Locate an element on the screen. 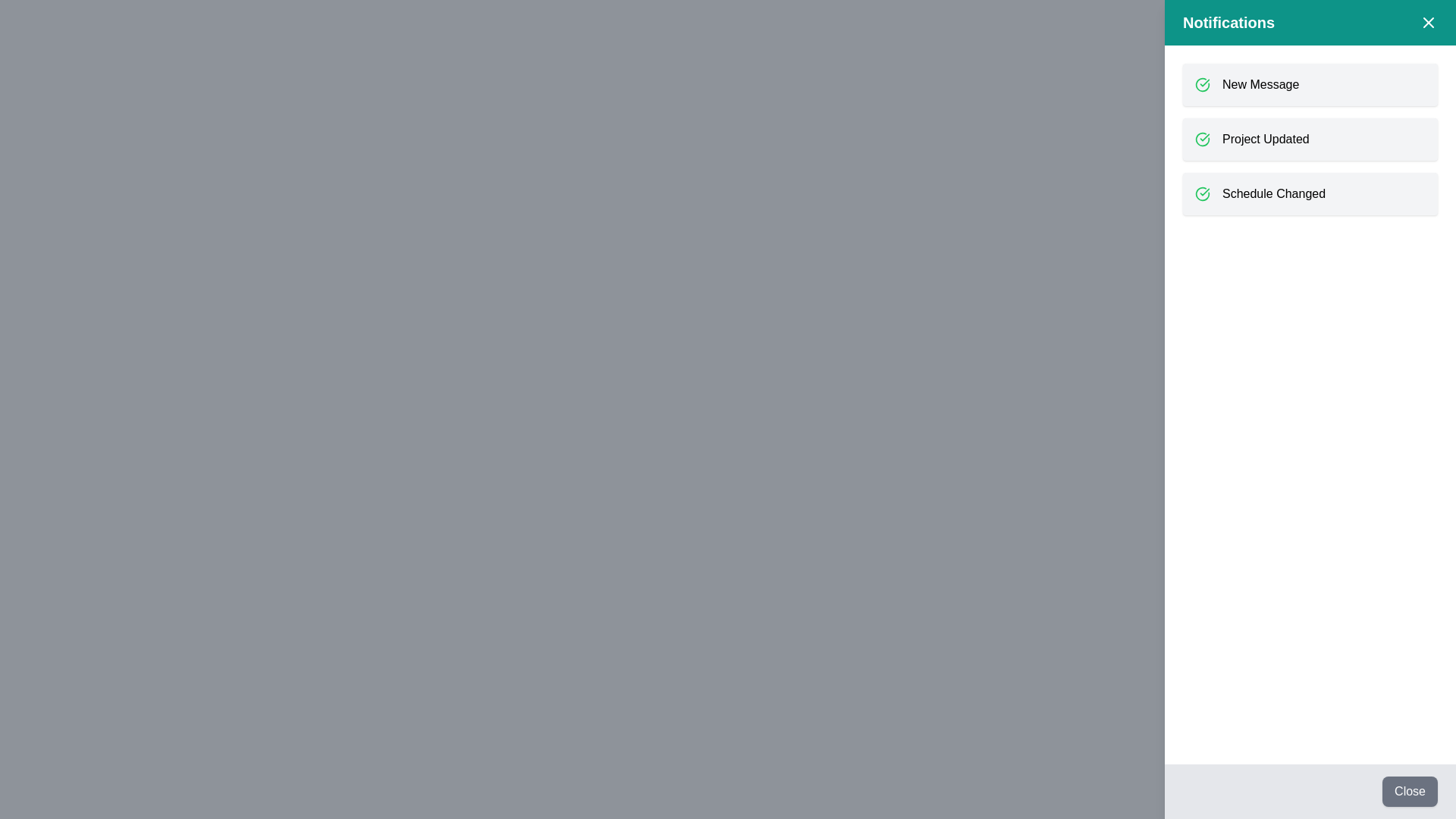  the first notification item in the right-aligned sidebar is located at coordinates (1310, 84).